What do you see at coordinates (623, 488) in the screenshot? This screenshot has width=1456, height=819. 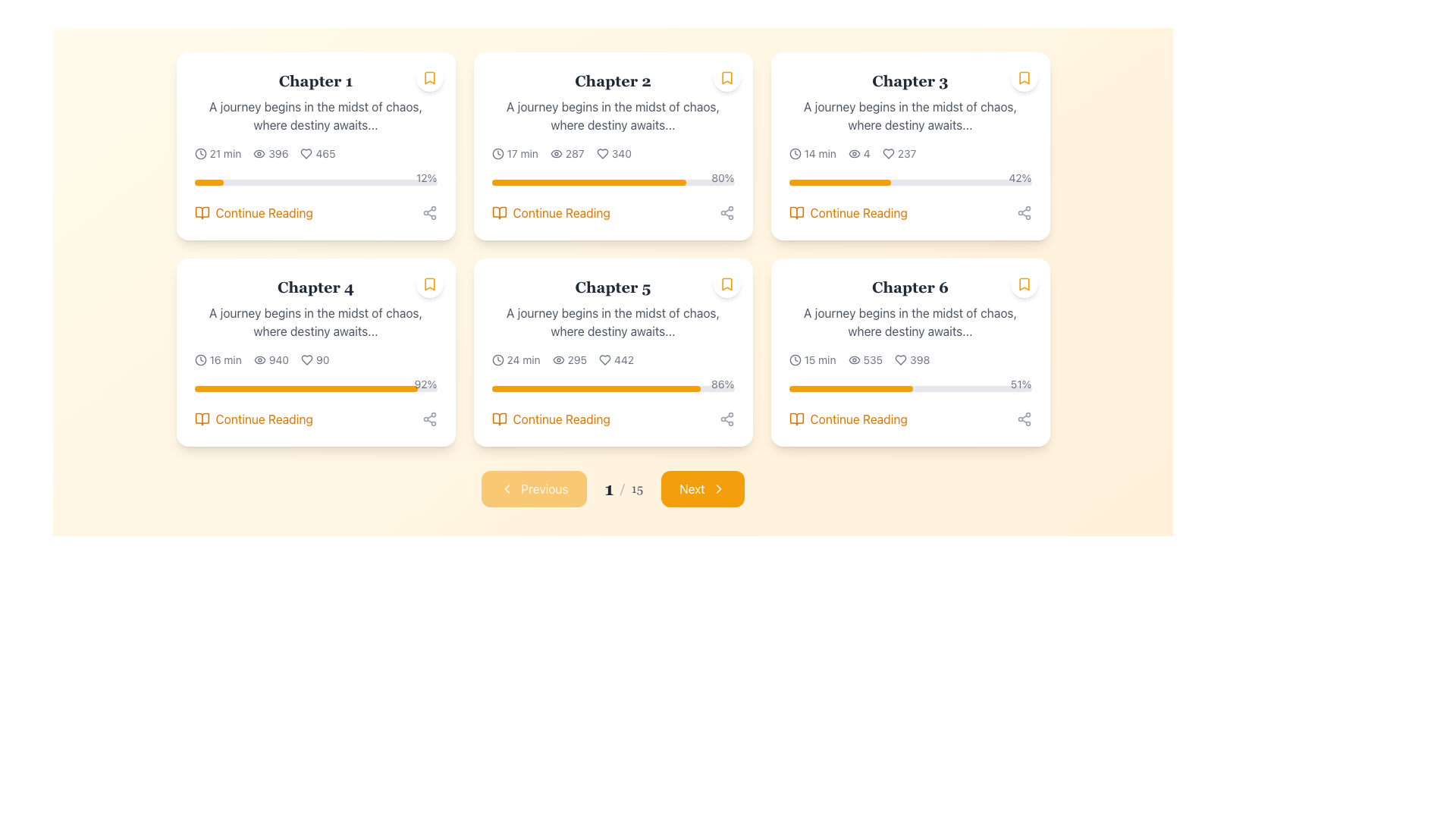 I see `the static text label indicating the current page number within the pagination control section, positioned between the 'Previous' and 'Next' buttons` at bounding box center [623, 488].